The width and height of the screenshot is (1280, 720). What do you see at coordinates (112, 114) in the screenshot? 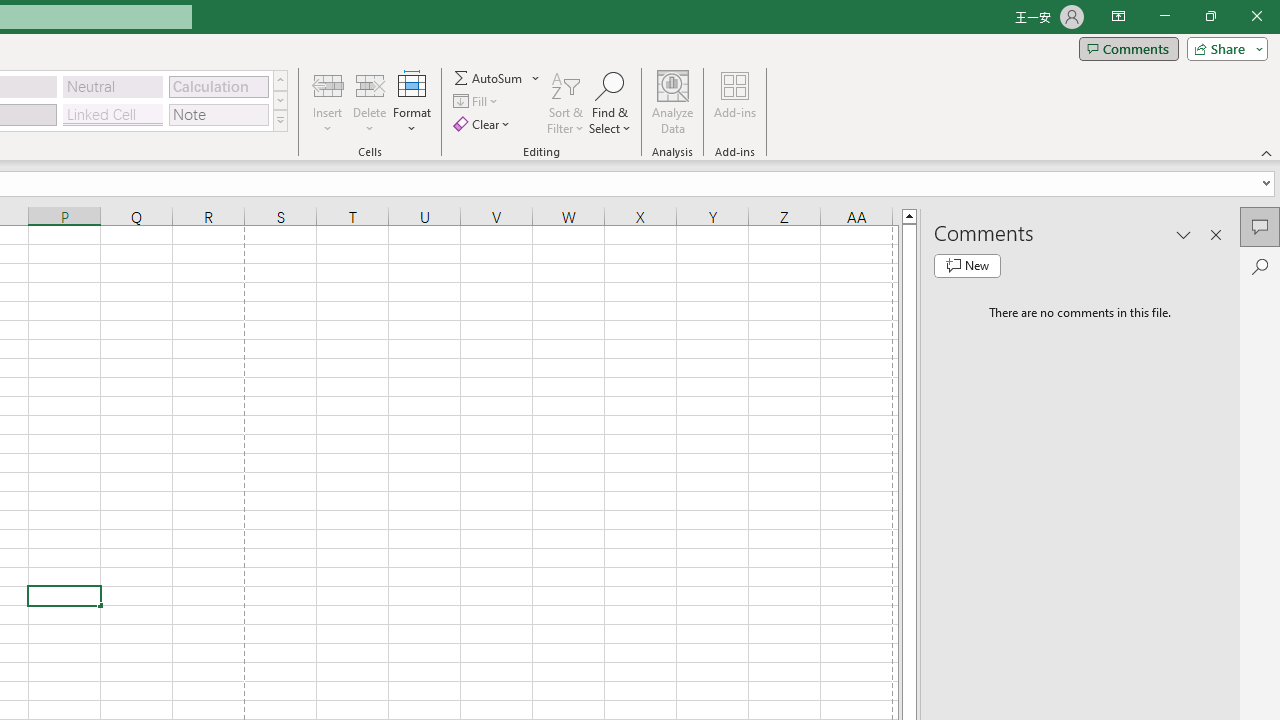
I see `'Linked Cell'` at bounding box center [112, 114].